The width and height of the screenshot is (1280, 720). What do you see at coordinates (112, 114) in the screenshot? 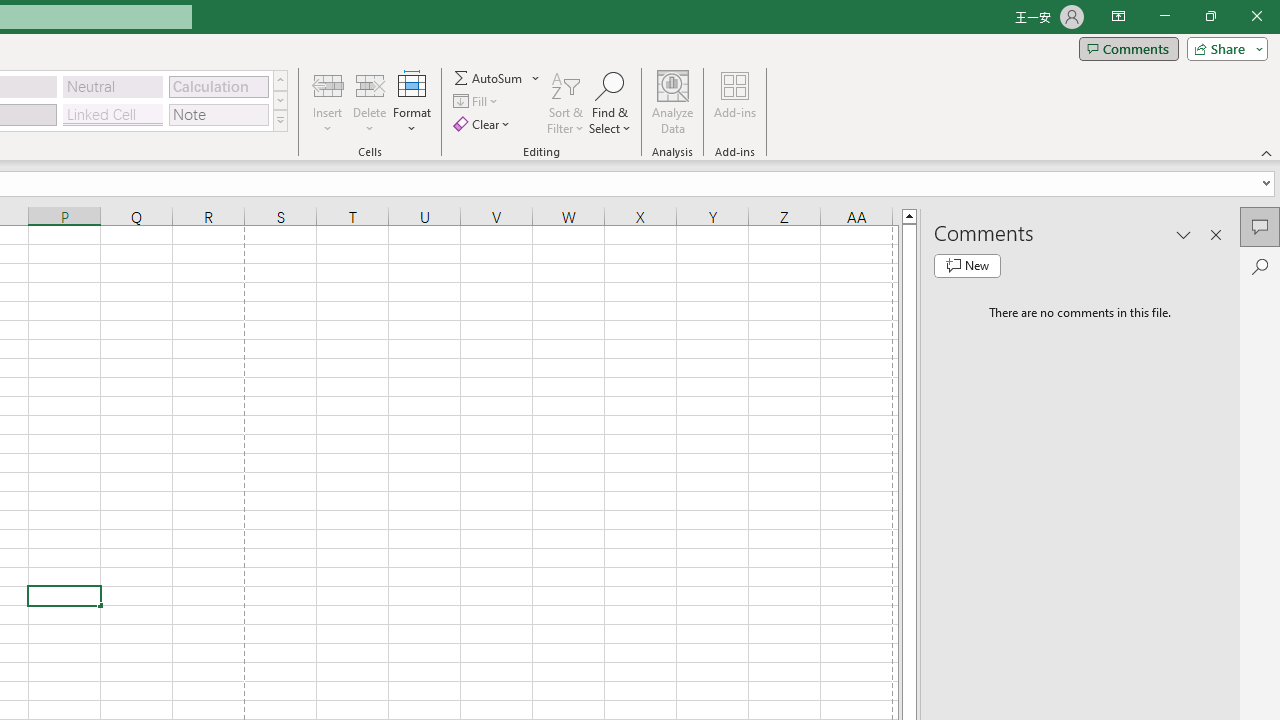
I see `'Linked Cell'` at bounding box center [112, 114].